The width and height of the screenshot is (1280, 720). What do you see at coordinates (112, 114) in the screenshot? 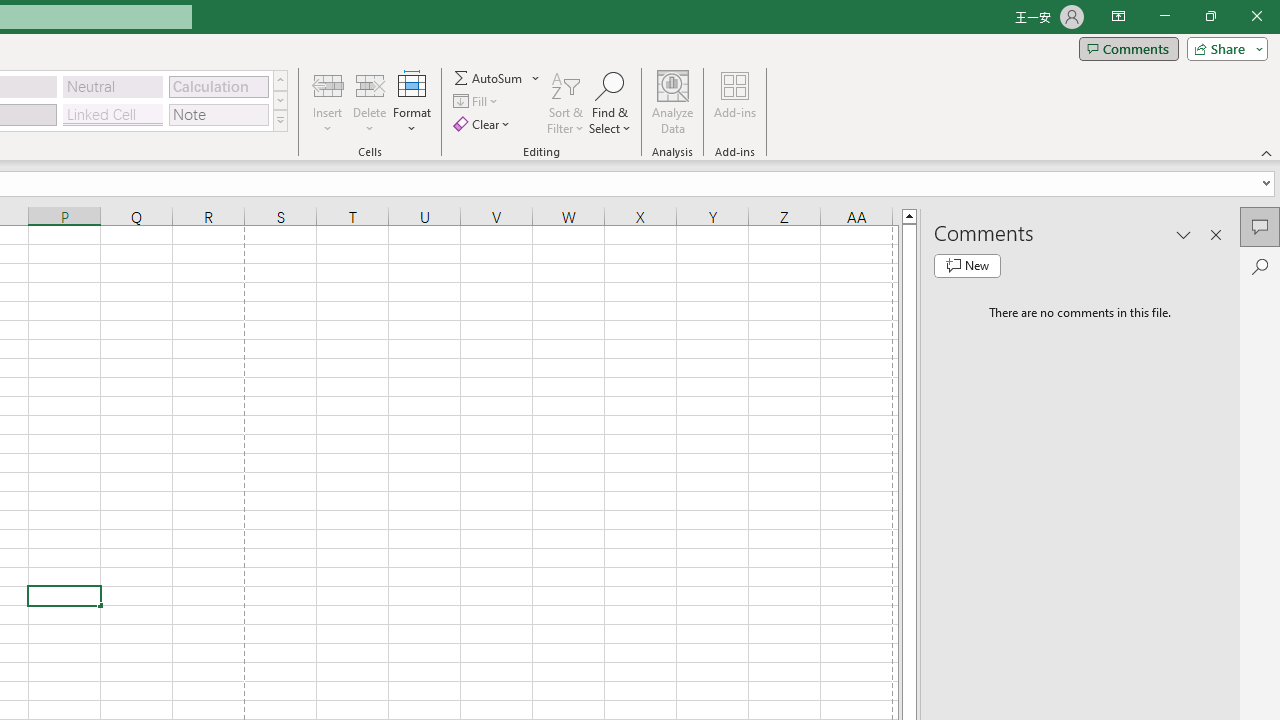
I see `'Linked Cell'` at bounding box center [112, 114].